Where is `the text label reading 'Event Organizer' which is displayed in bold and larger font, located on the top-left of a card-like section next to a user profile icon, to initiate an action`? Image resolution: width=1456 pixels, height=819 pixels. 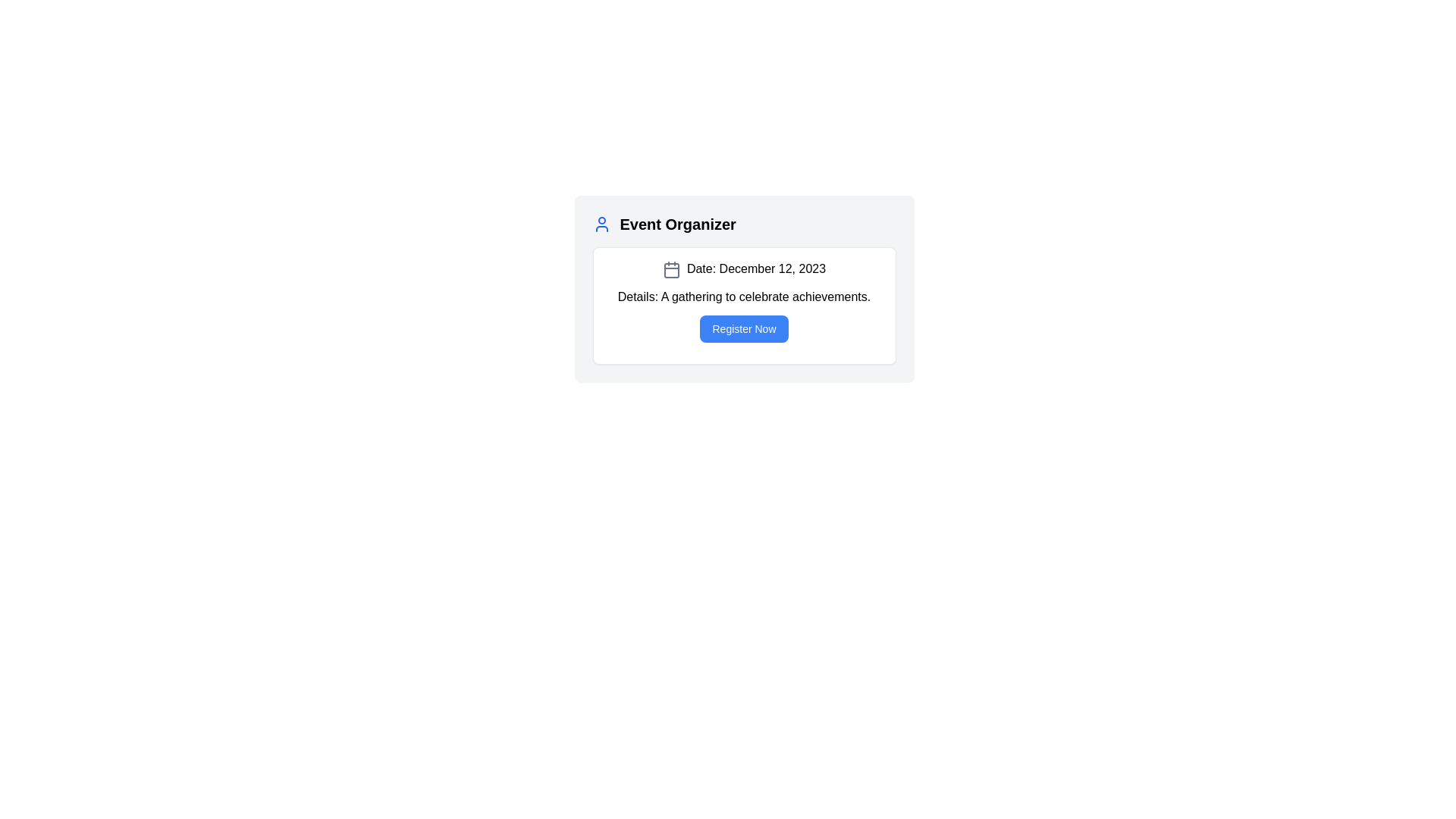 the text label reading 'Event Organizer' which is displayed in bold and larger font, located on the top-left of a card-like section next to a user profile icon, to initiate an action is located at coordinates (677, 224).